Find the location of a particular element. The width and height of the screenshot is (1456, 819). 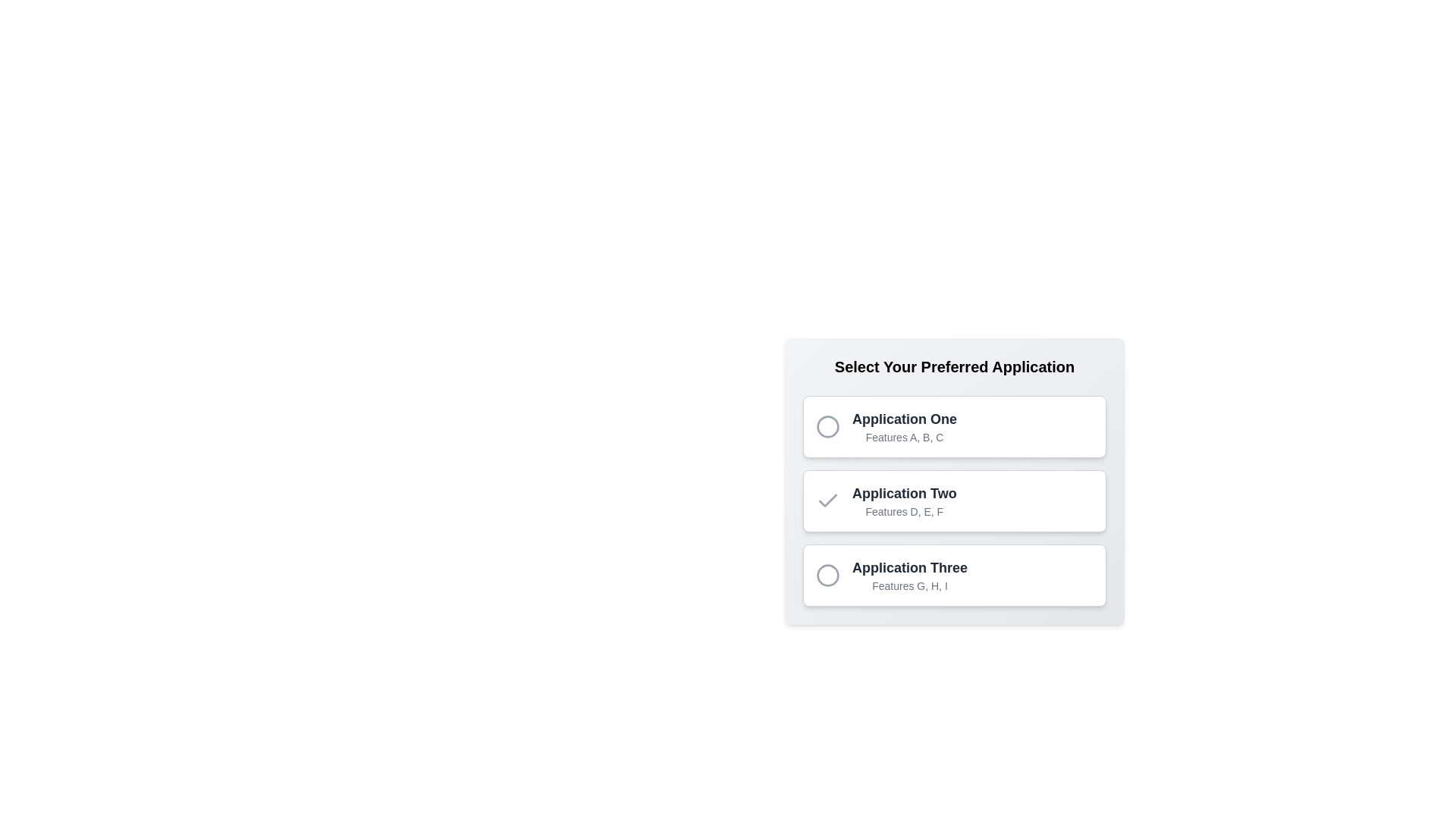

the circular SVG graphic that serves as a placeholder or status indicator for 'Application One' in the preferences selection list is located at coordinates (827, 427).